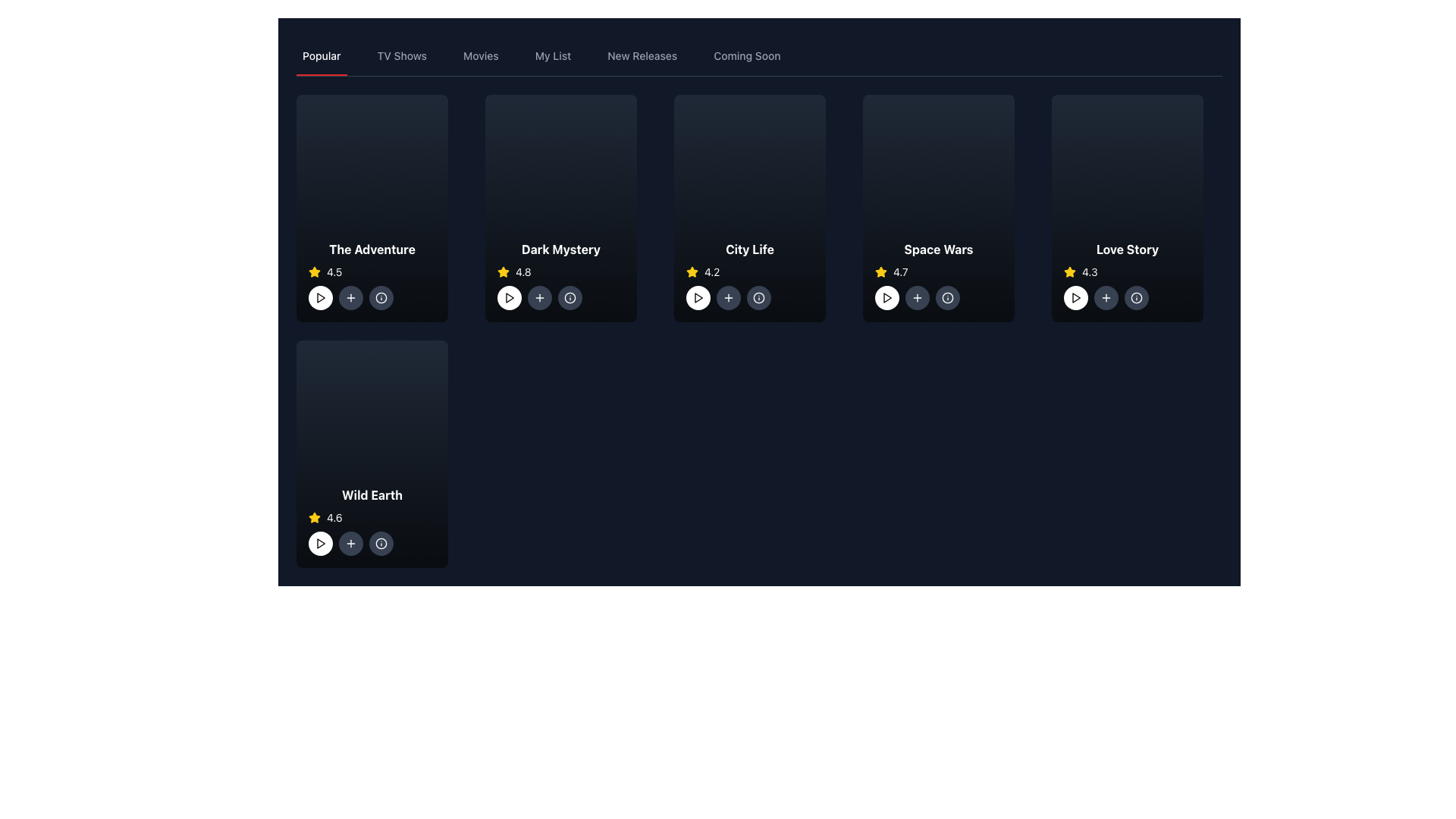  I want to click on the 'New Releases' text button in the navigation bar, so click(642, 55).